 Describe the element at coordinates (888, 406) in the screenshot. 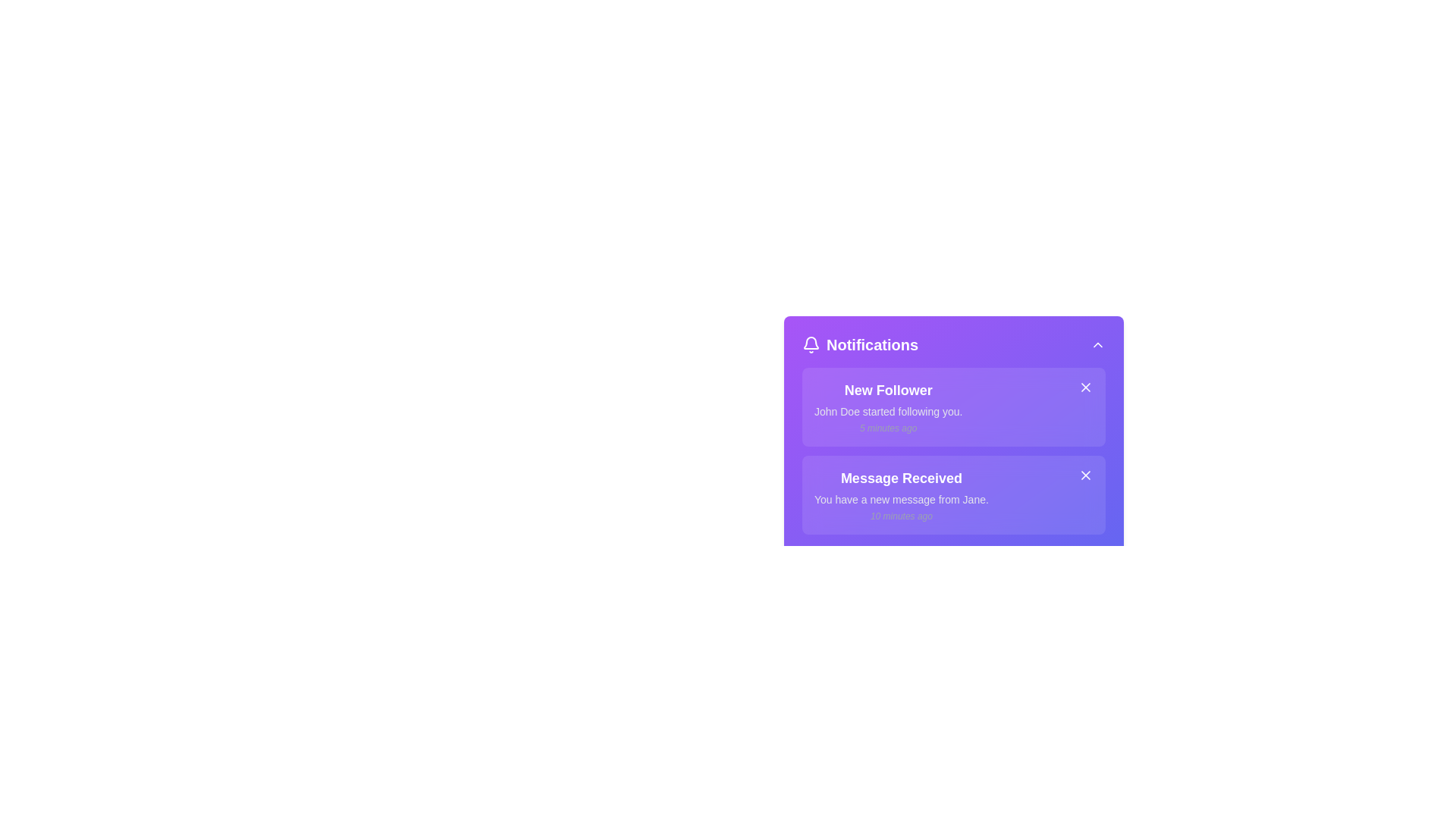

I see `the notification text block that displays 'New Follower', 'John Doe started following you.', and '5 minutes ago'` at that location.